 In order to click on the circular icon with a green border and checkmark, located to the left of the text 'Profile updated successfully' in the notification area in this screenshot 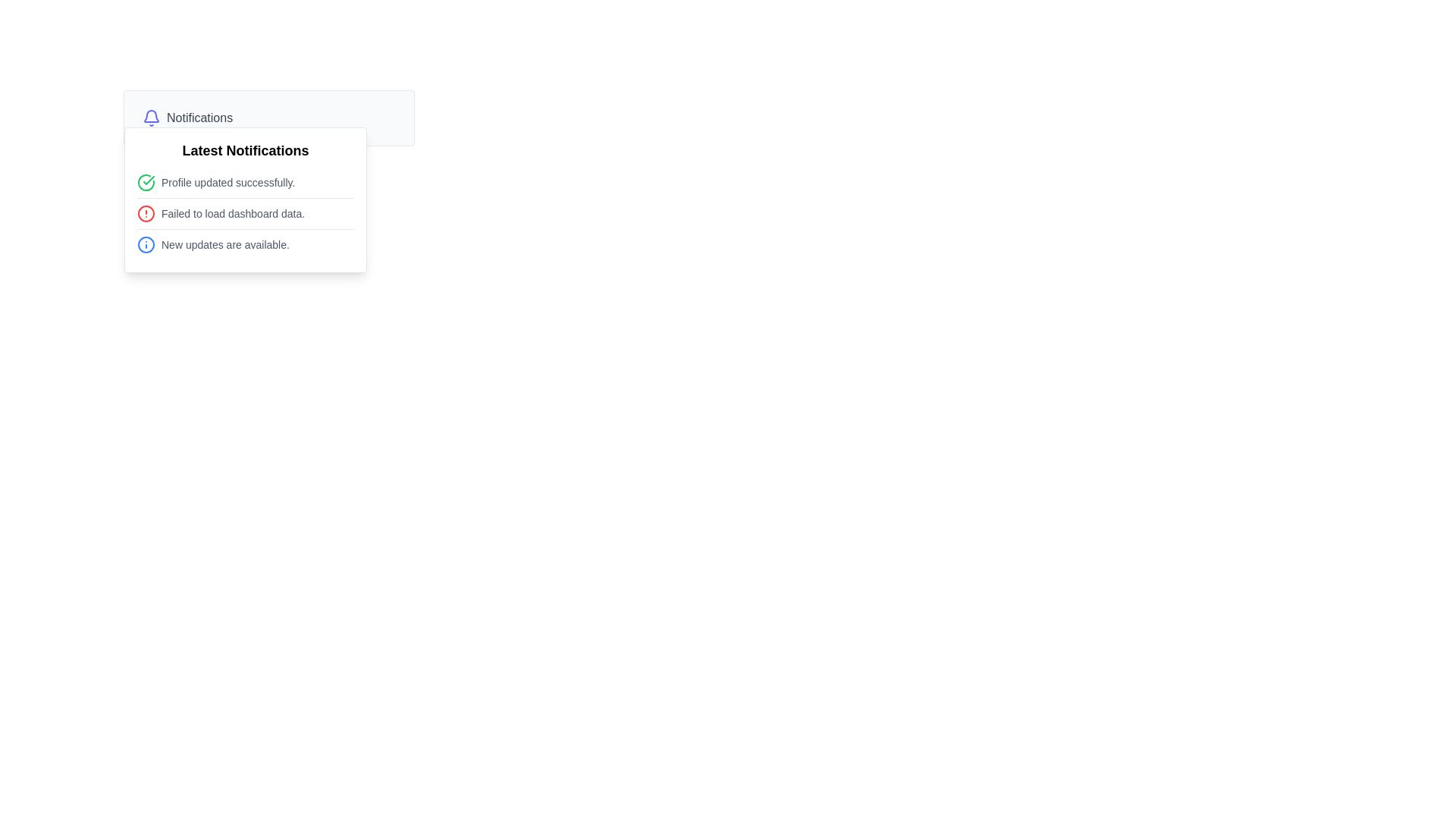, I will do `click(146, 181)`.